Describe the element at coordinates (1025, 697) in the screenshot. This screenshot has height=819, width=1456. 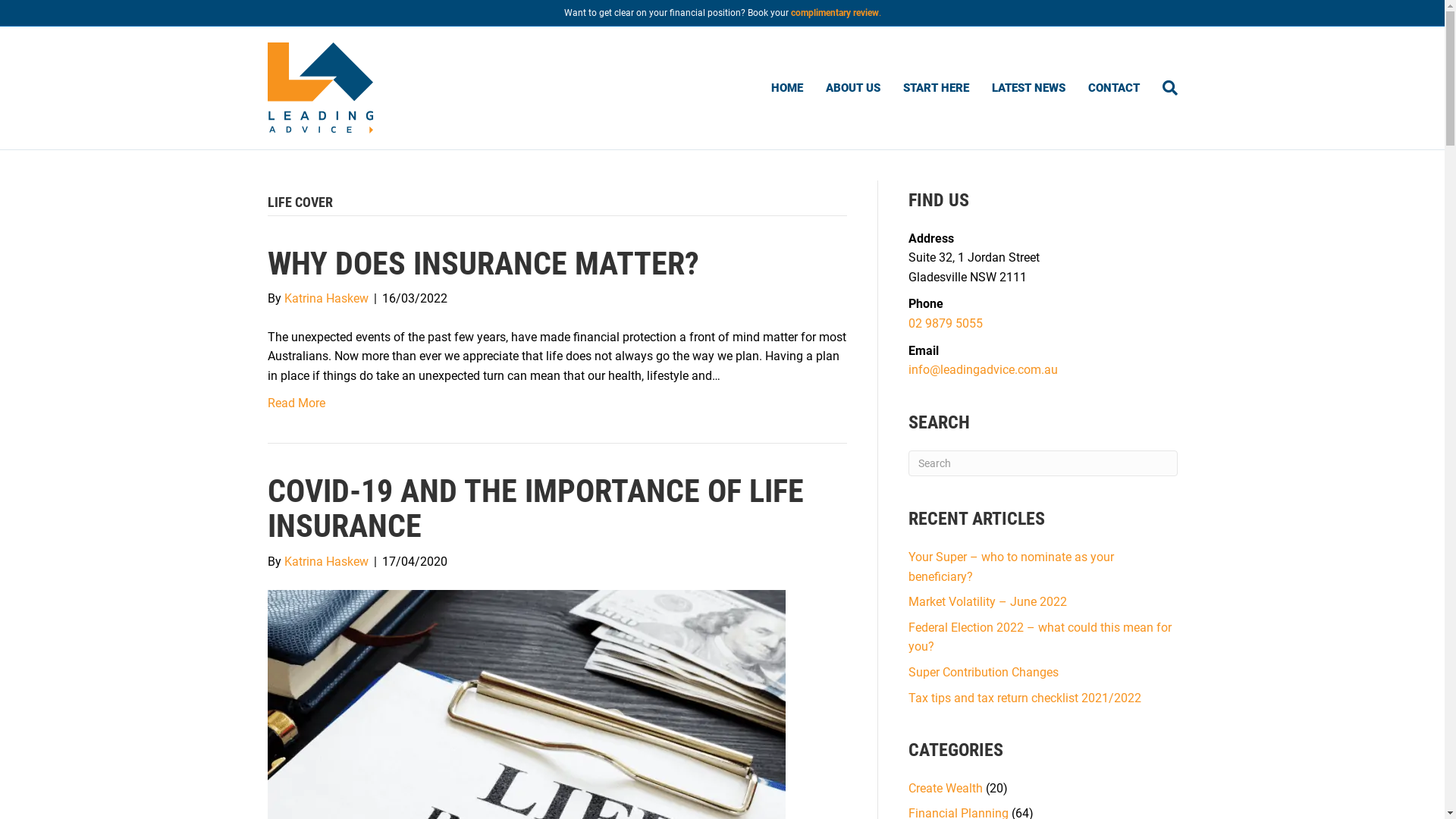
I see `'Tax tips and tax return checklist 2021/2022'` at that location.